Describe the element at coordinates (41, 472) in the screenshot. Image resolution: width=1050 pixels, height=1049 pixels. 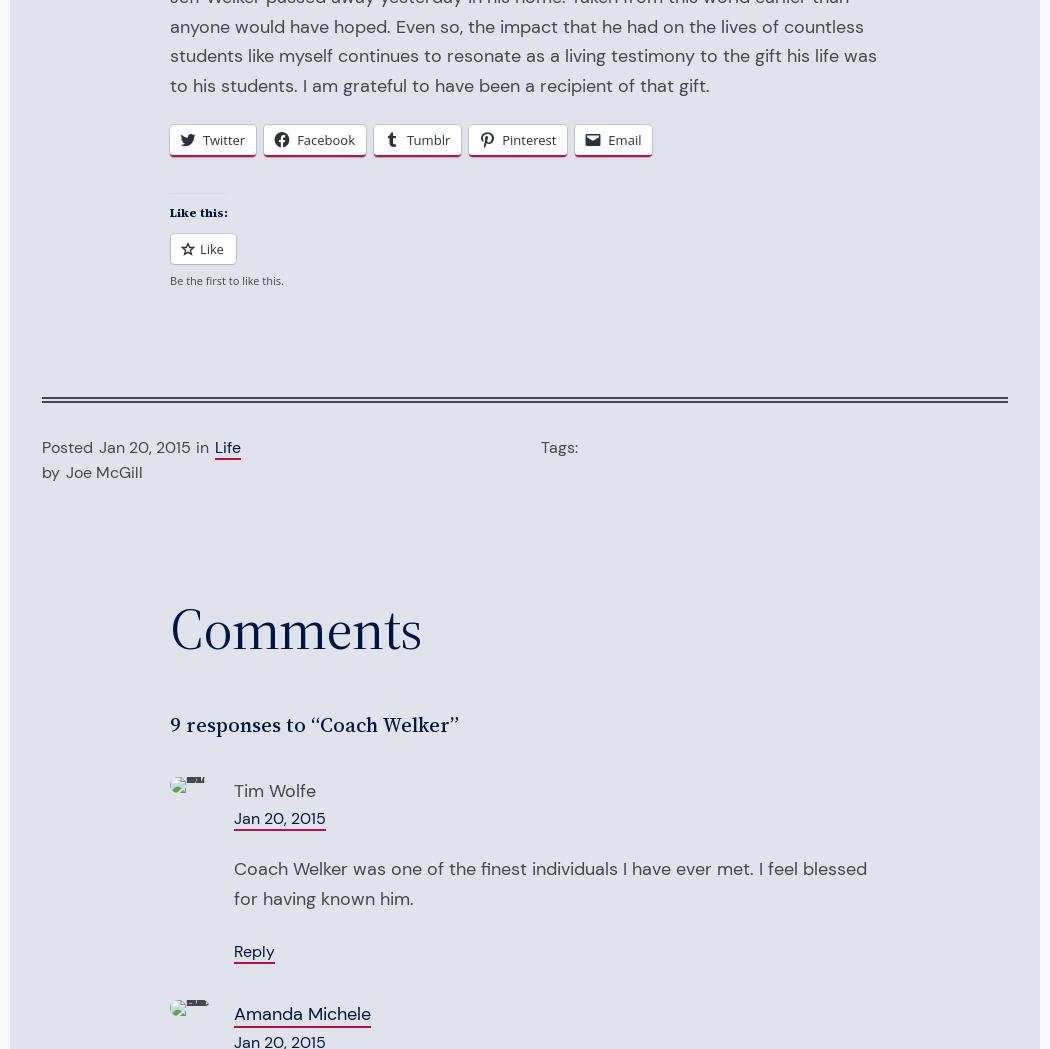
I see `'by'` at that location.